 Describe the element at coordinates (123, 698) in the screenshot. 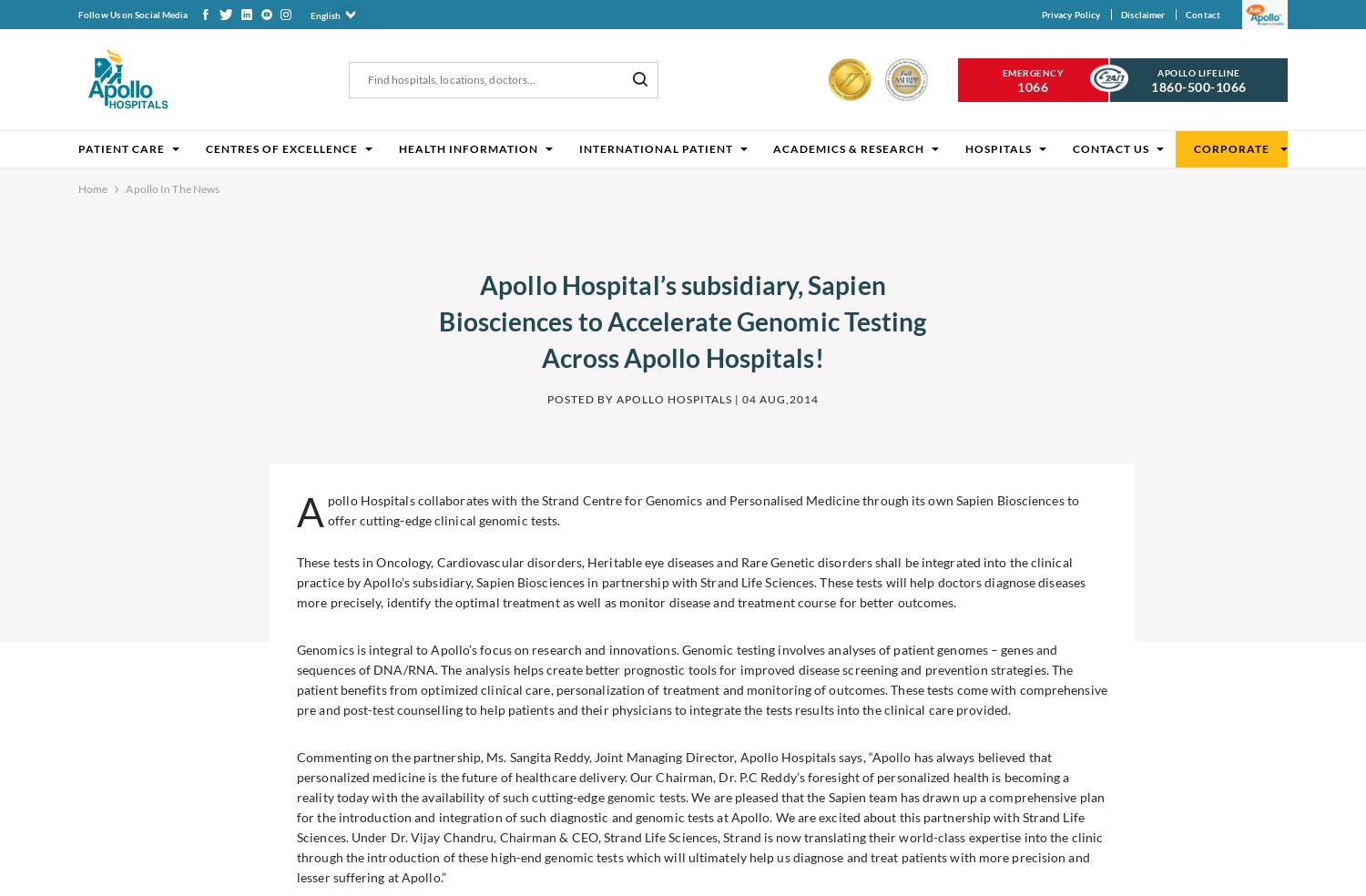

I see `'Apollo Hospitals expands presence in Kolkata.'` at that location.